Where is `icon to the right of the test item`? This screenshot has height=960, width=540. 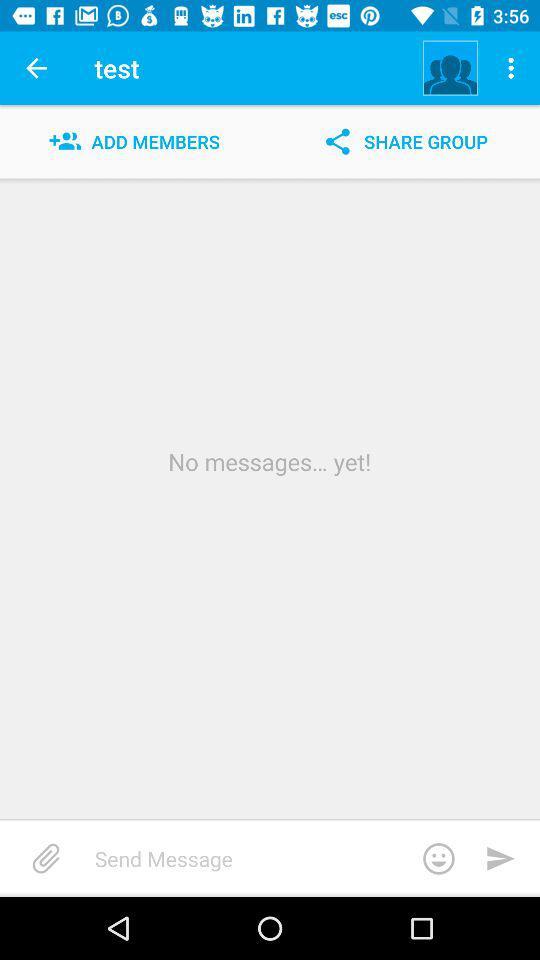 icon to the right of the test item is located at coordinates (450, 68).